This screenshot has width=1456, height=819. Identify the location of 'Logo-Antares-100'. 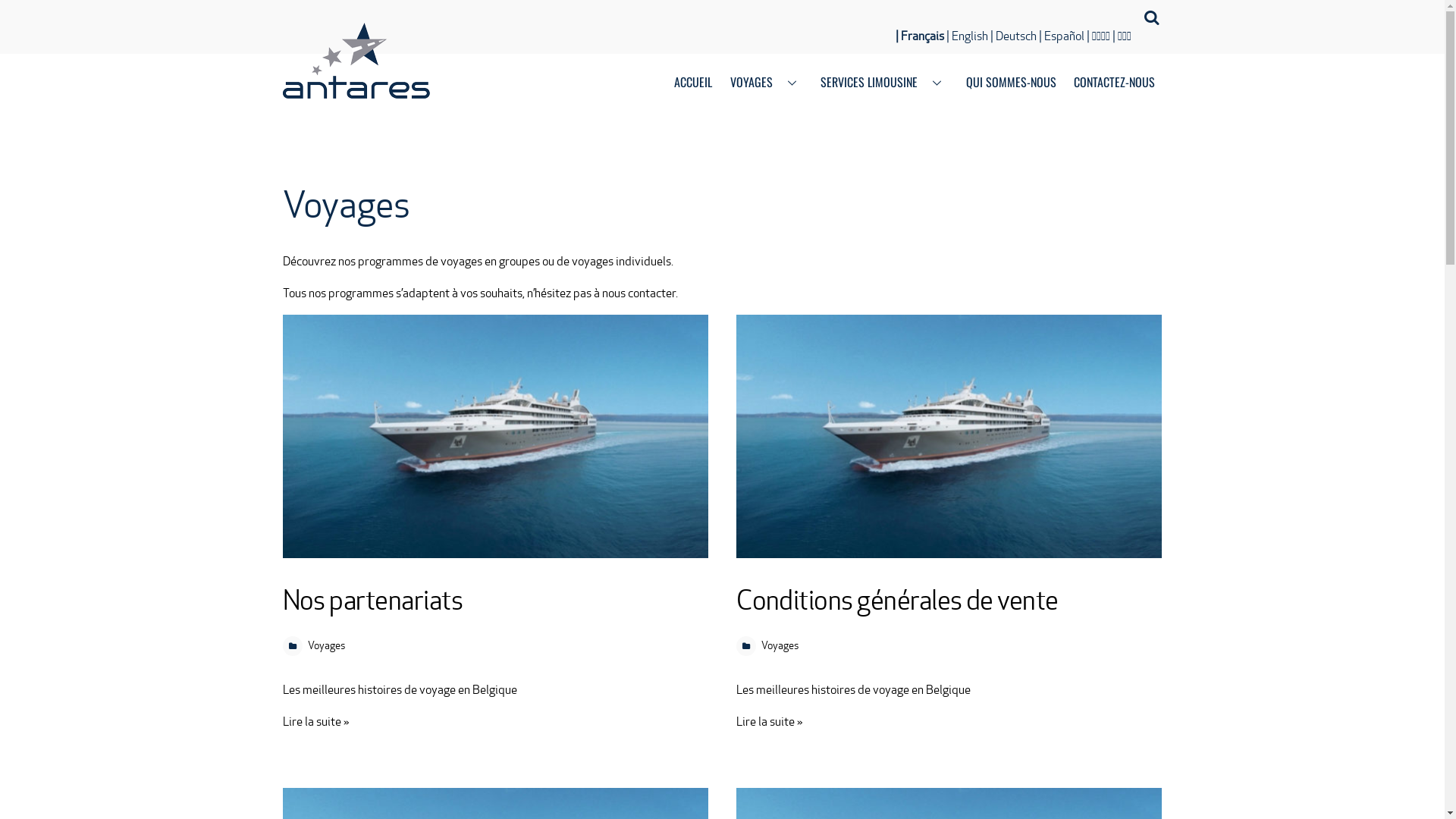
(355, 60).